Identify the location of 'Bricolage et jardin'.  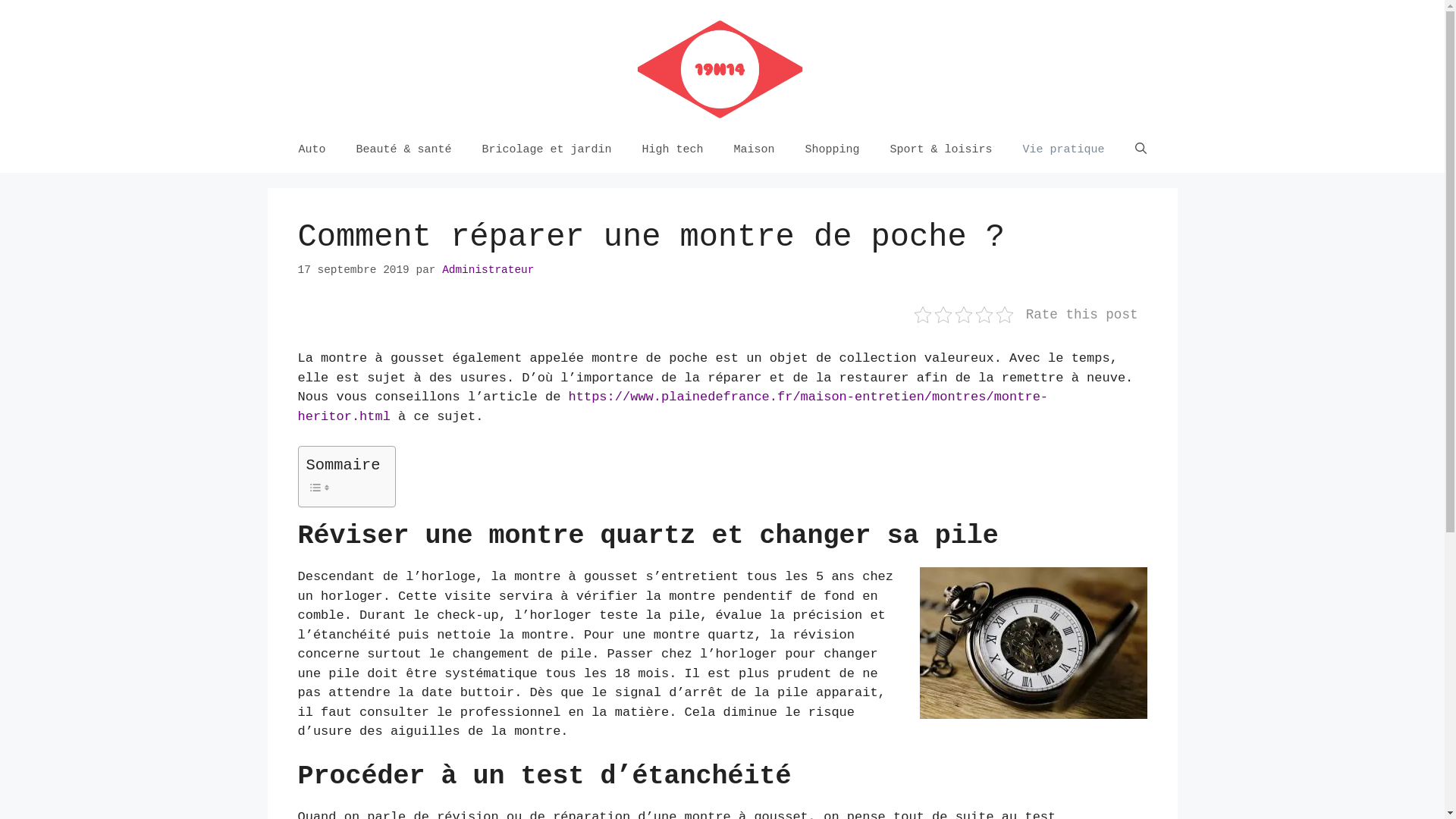
(546, 149).